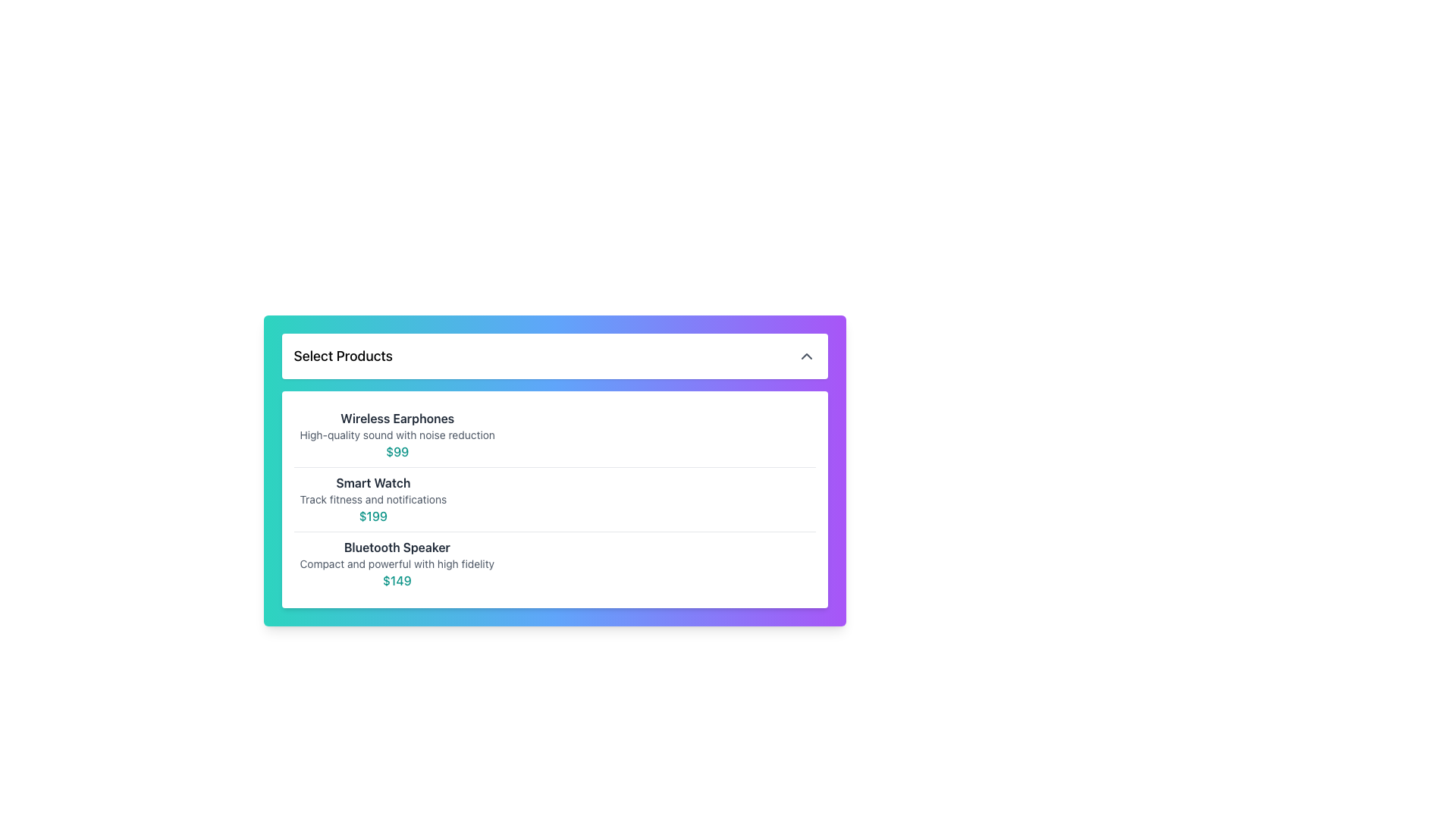 The width and height of the screenshot is (1456, 819). What do you see at coordinates (397, 435) in the screenshot?
I see `the informational text label that describes the product 'Wireless Earphones', which is located above the price '$99'` at bounding box center [397, 435].